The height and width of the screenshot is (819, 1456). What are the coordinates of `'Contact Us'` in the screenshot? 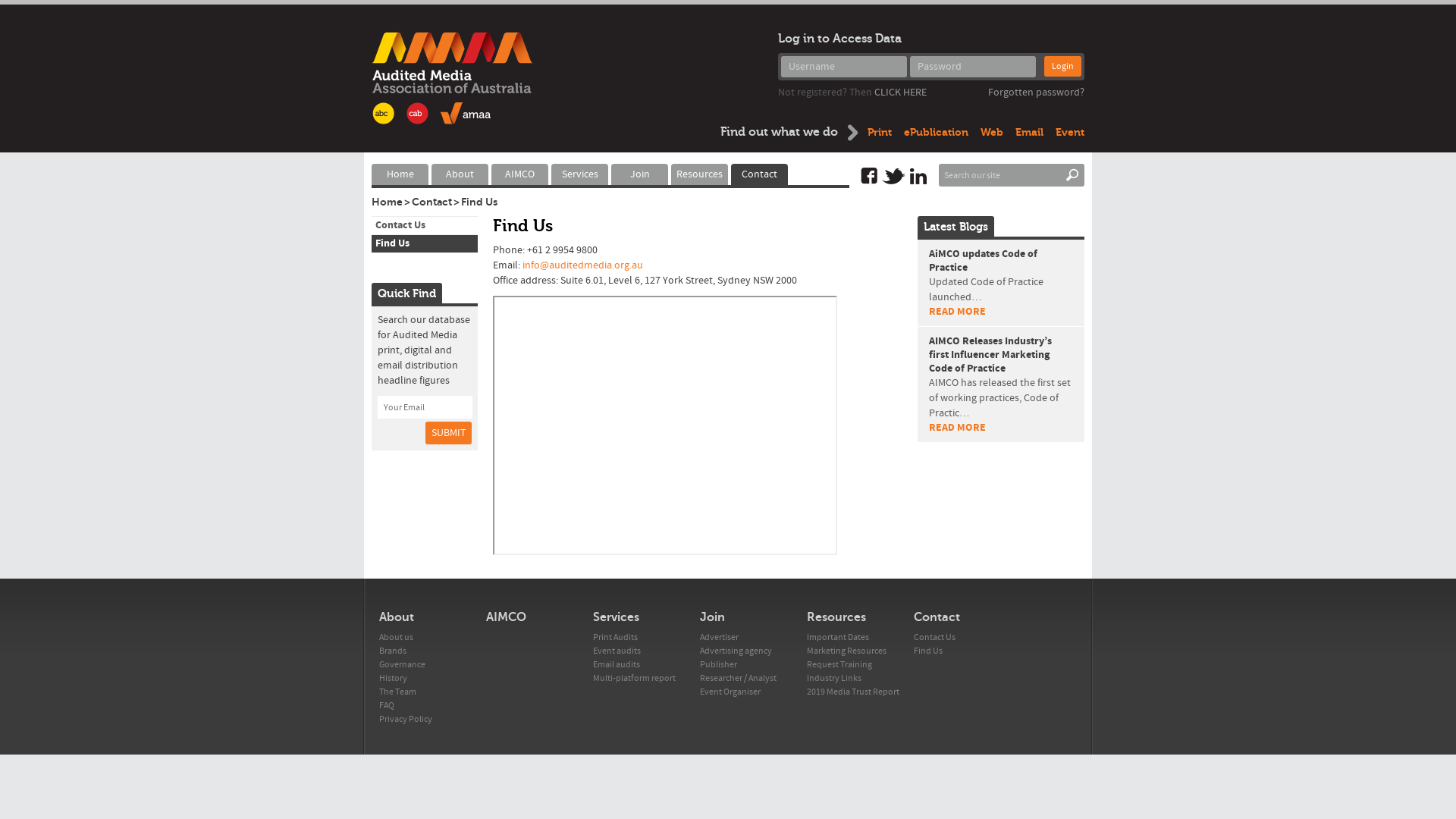 It's located at (371, 225).